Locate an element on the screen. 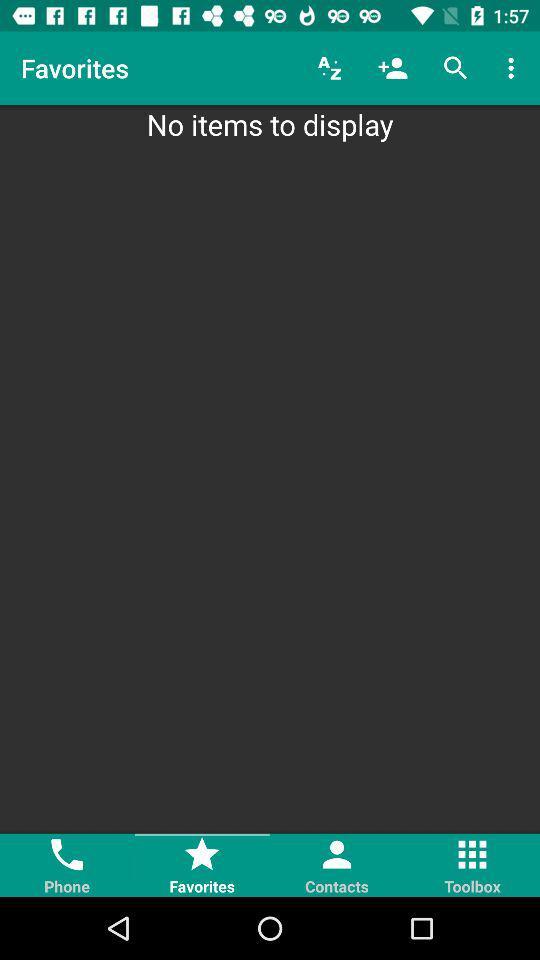 Image resolution: width=540 pixels, height=960 pixels. the icon beside favorites at the top of the page is located at coordinates (330, 68).